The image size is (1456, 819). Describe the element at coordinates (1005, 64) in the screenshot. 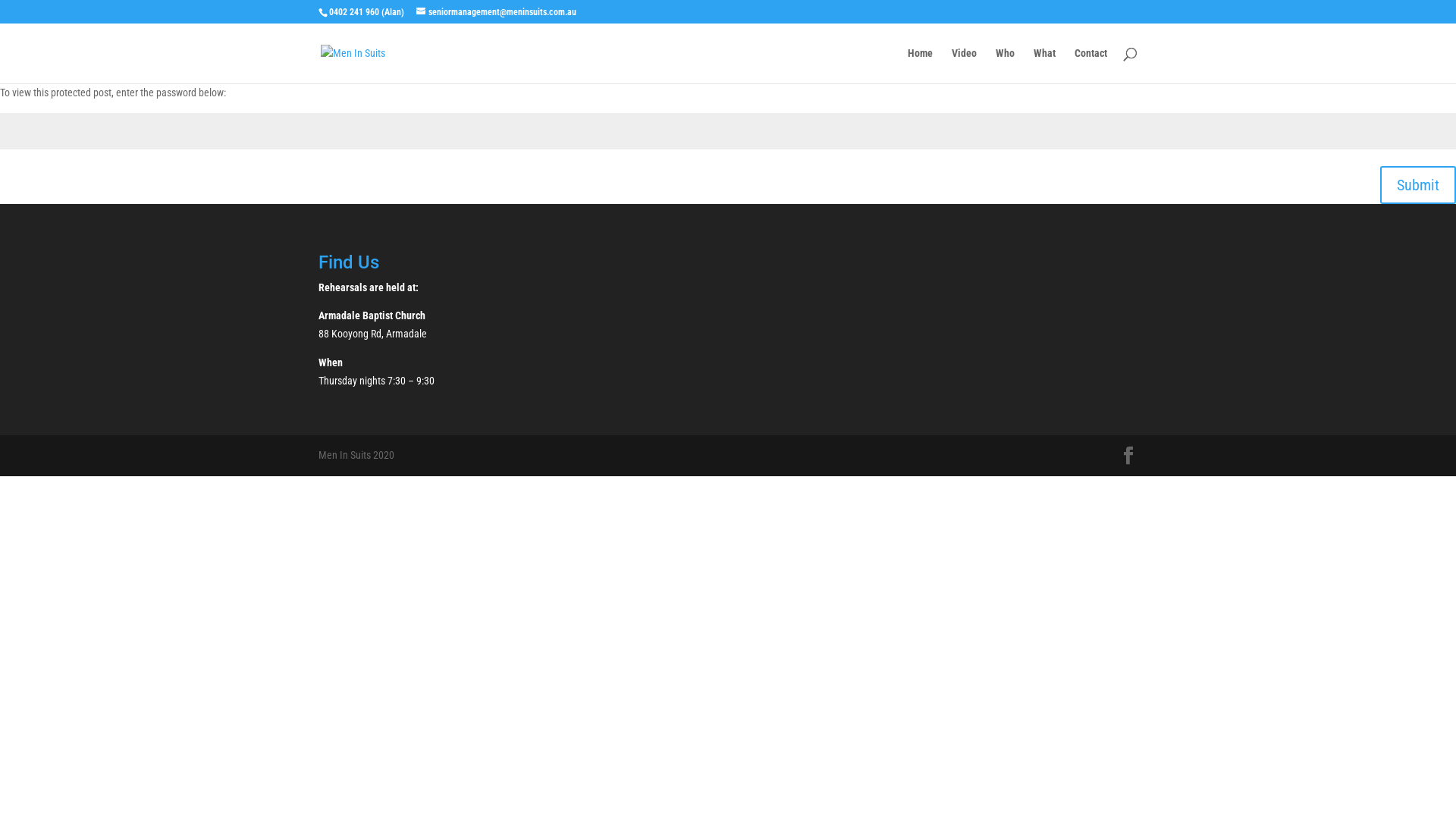

I see `'Who'` at that location.